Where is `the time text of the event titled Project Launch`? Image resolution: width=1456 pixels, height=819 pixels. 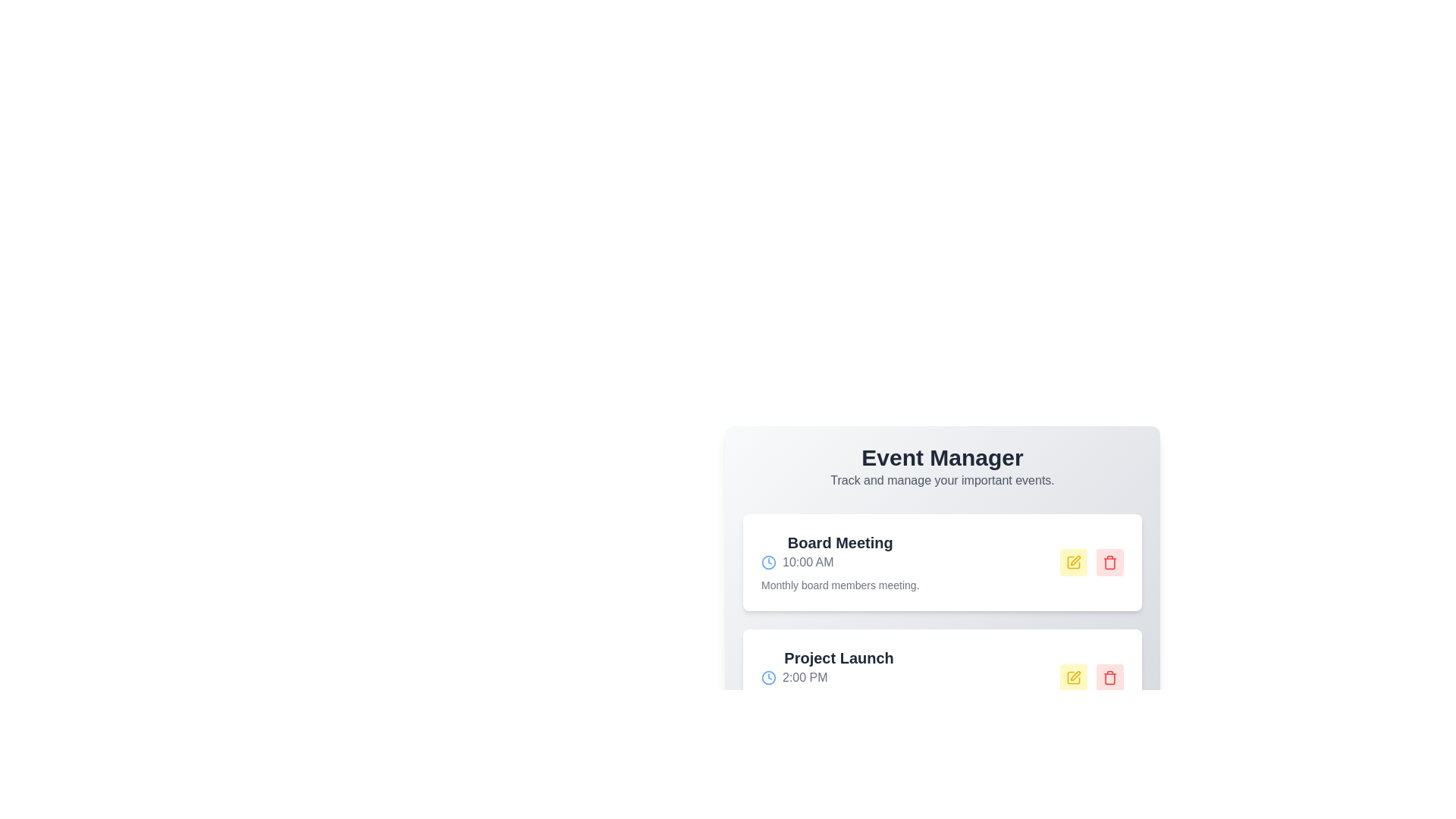
the time text of the event titled Project Launch is located at coordinates (838, 677).